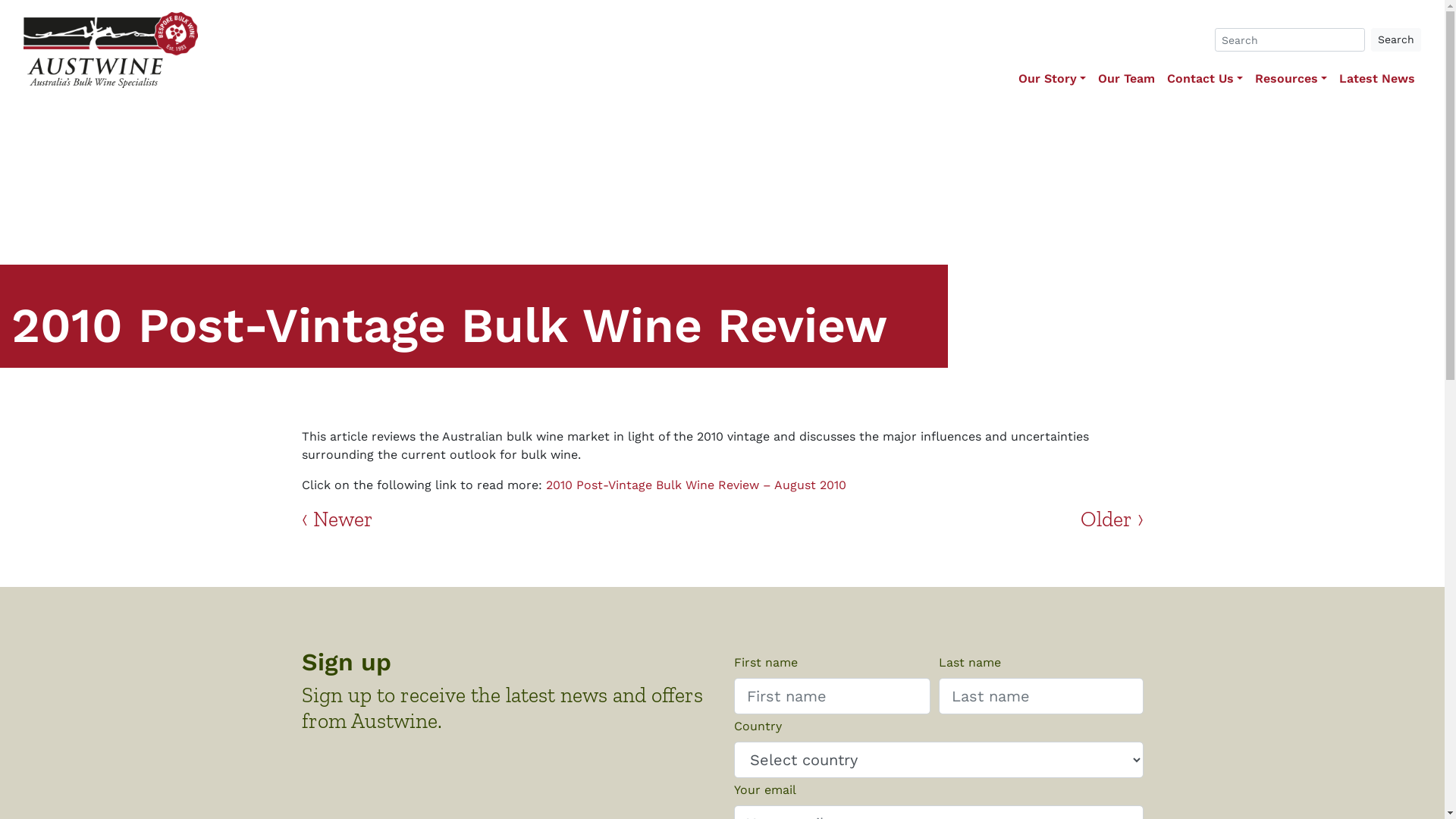 This screenshot has width=1456, height=819. Describe the element at coordinates (1012, 79) in the screenshot. I see `'Our Story'` at that location.